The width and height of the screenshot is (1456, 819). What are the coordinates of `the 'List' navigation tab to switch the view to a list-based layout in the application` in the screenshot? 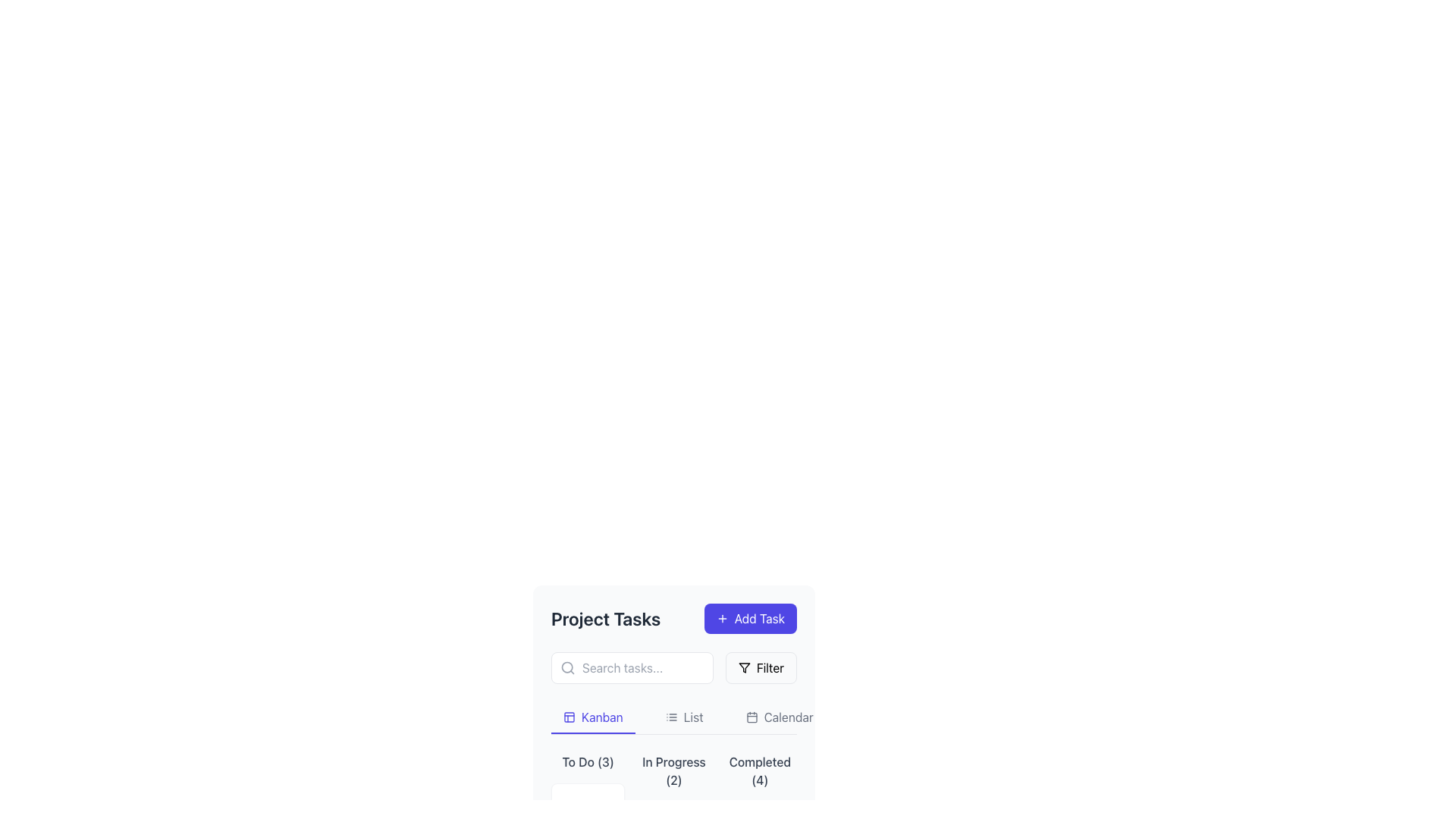 It's located at (683, 717).